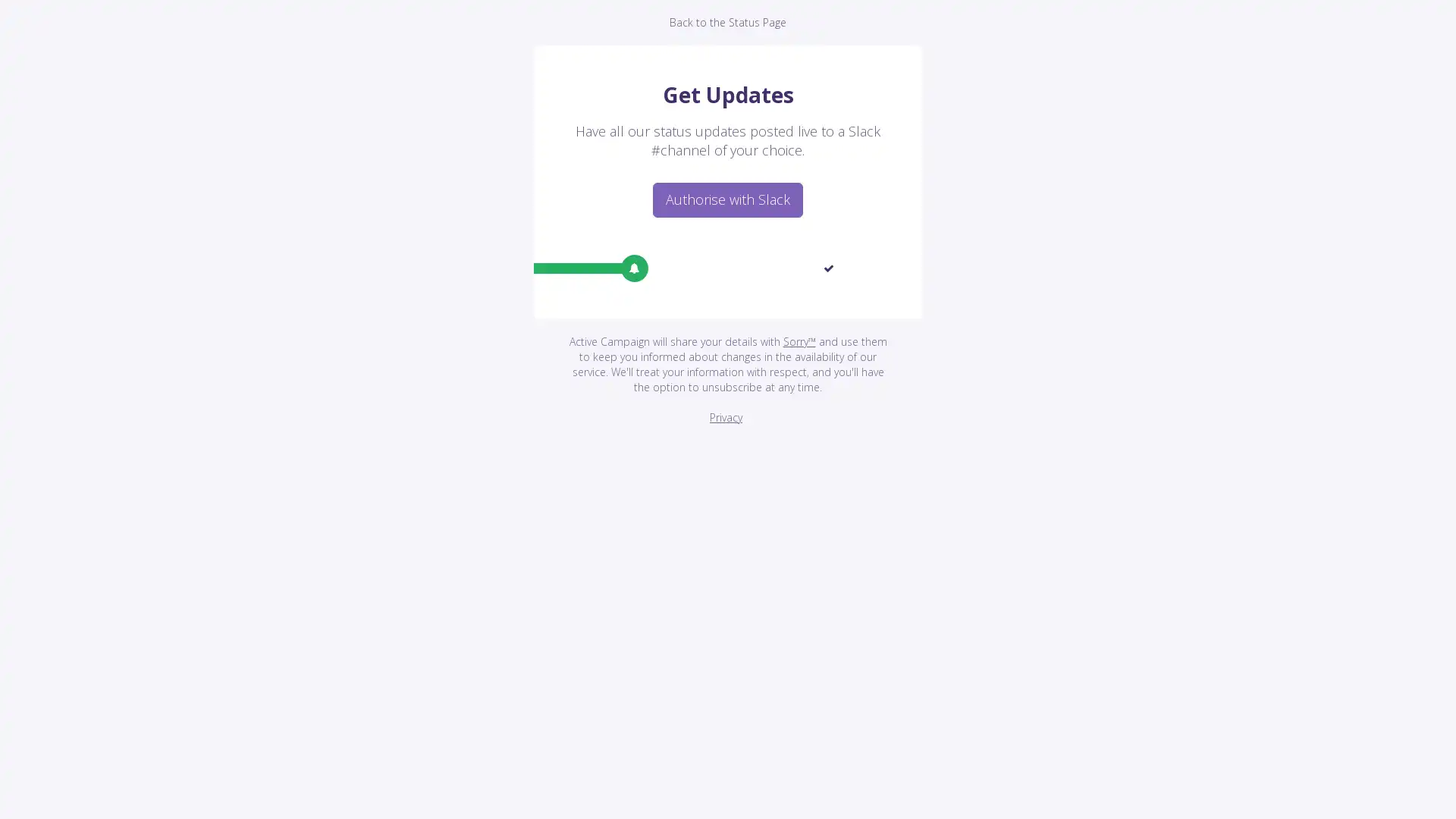 This screenshot has height=819, width=1456. Describe the element at coordinates (728, 199) in the screenshot. I see `Authorise with Slack` at that location.